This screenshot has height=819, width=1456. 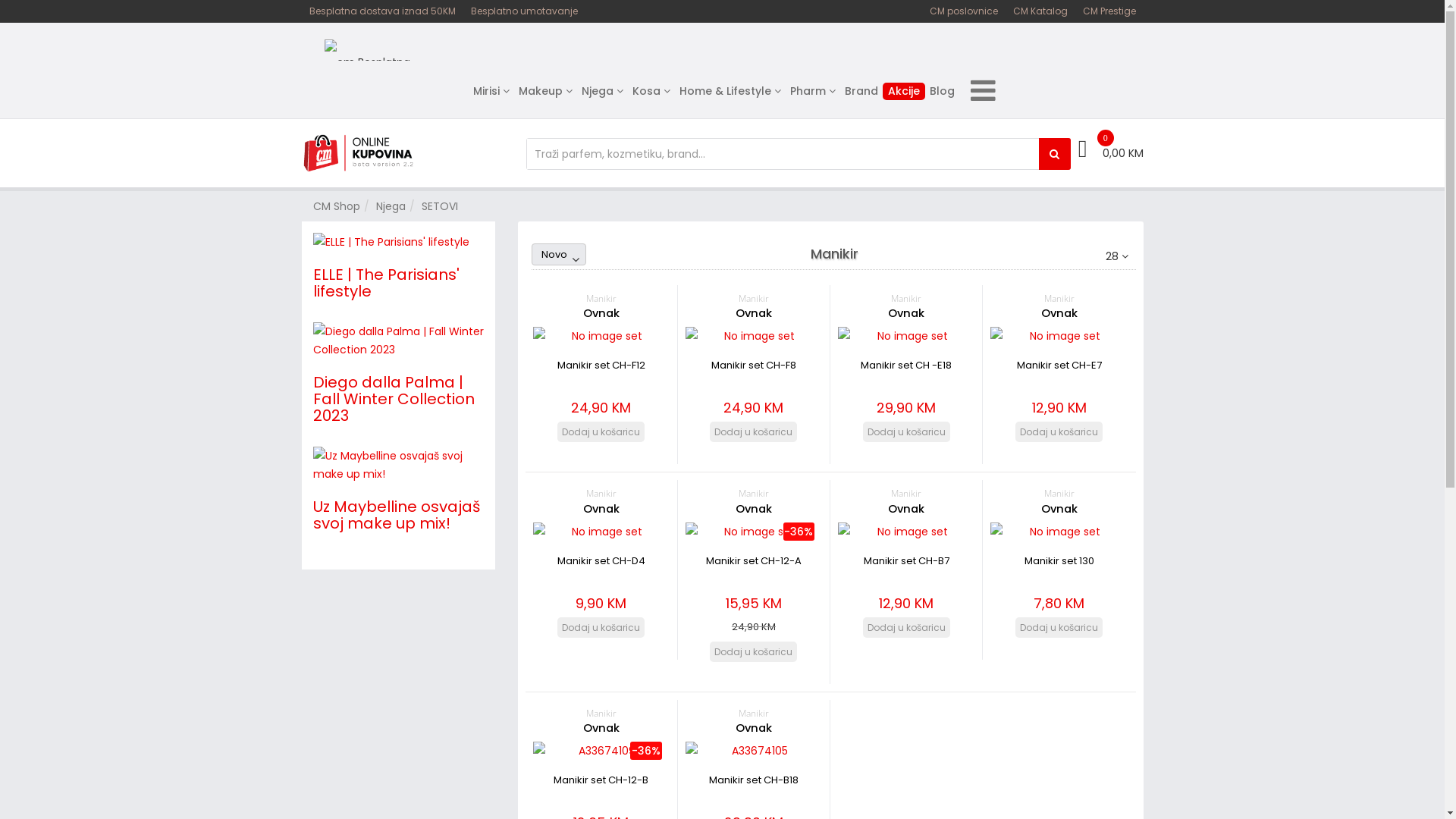 What do you see at coordinates (753, 751) in the screenshot?
I see `'Manikir set CH-B18'` at bounding box center [753, 751].